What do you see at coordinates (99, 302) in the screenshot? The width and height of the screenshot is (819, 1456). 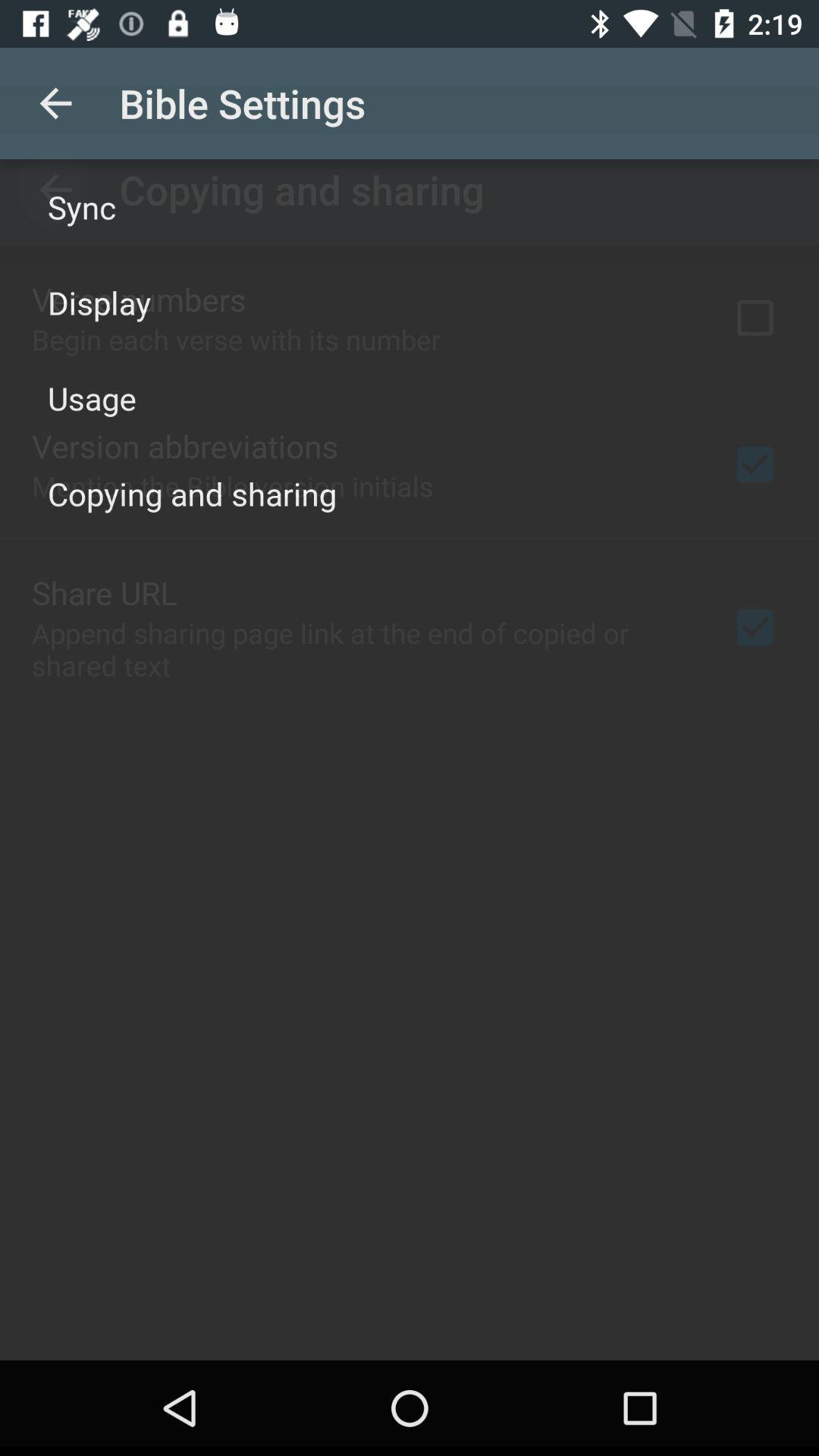 I see `display` at bounding box center [99, 302].